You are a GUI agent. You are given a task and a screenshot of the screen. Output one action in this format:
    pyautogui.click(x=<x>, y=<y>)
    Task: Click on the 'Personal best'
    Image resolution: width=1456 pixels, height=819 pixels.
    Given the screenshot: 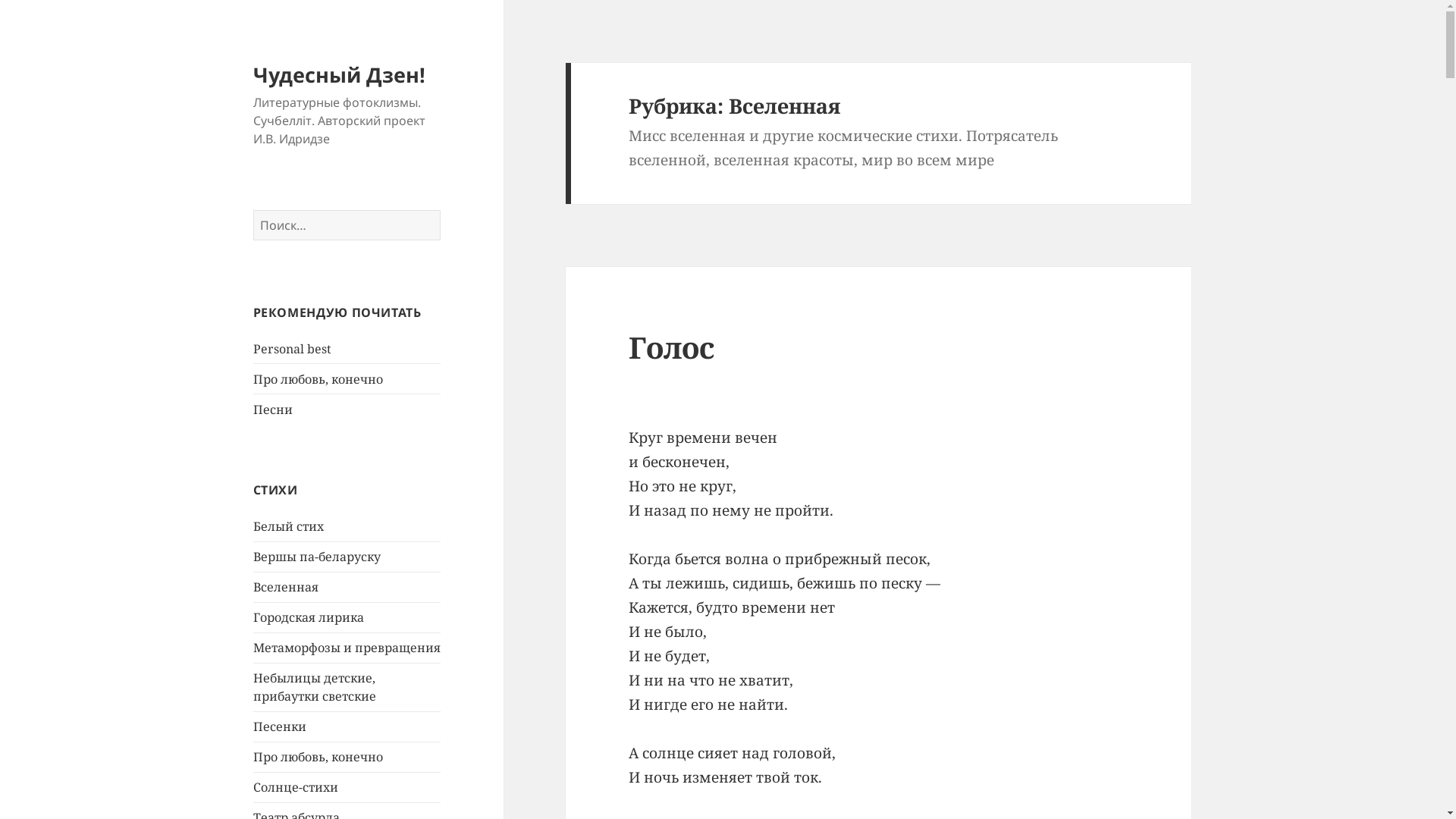 What is the action you would take?
    pyautogui.click(x=292, y=348)
    